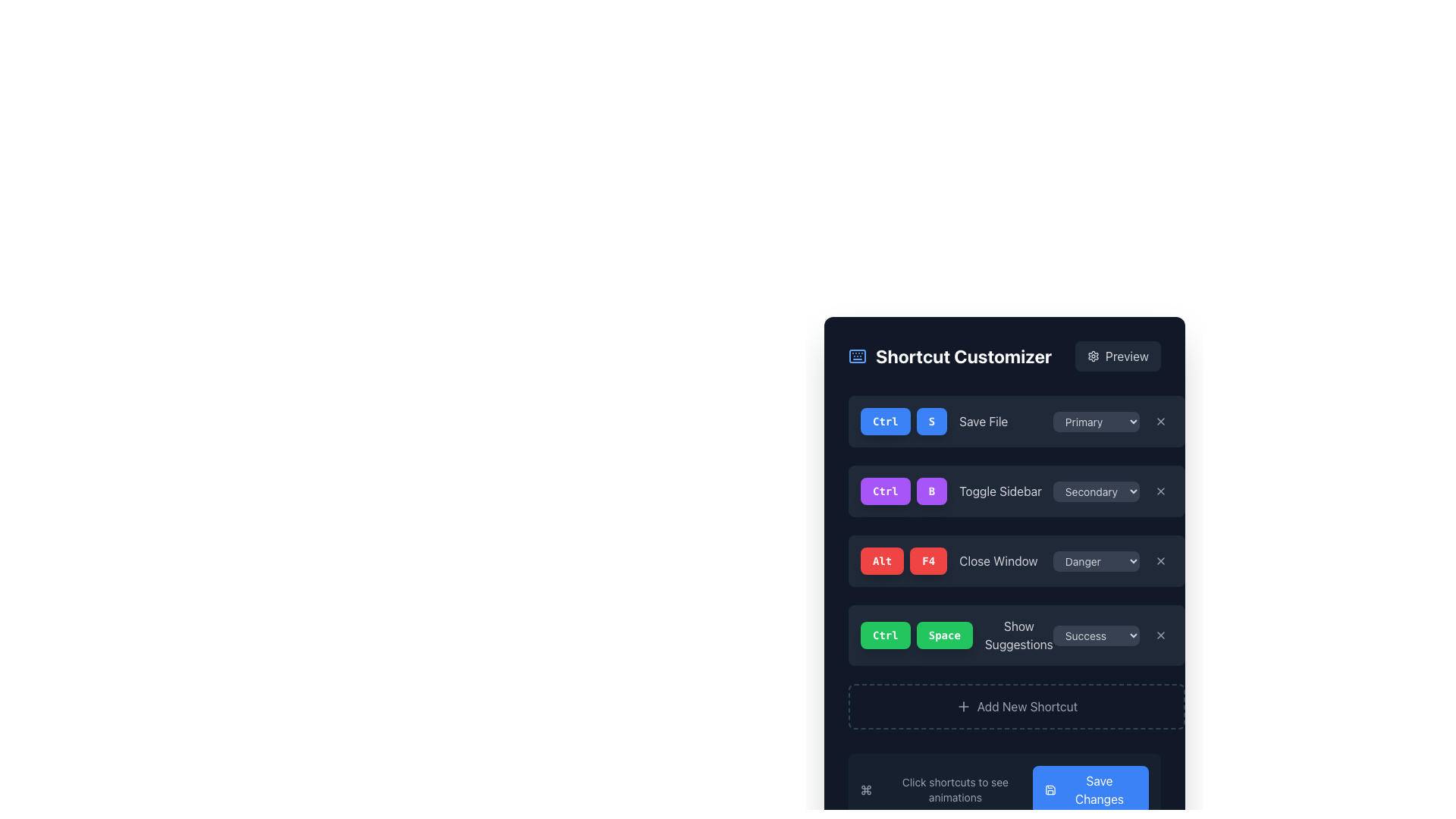 The height and width of the screenshot is (819, 1456). I want to click on the text snippet displaying 'Save File' in gray color, located to the right of the blue button labeled 'S', so click(984, 421).